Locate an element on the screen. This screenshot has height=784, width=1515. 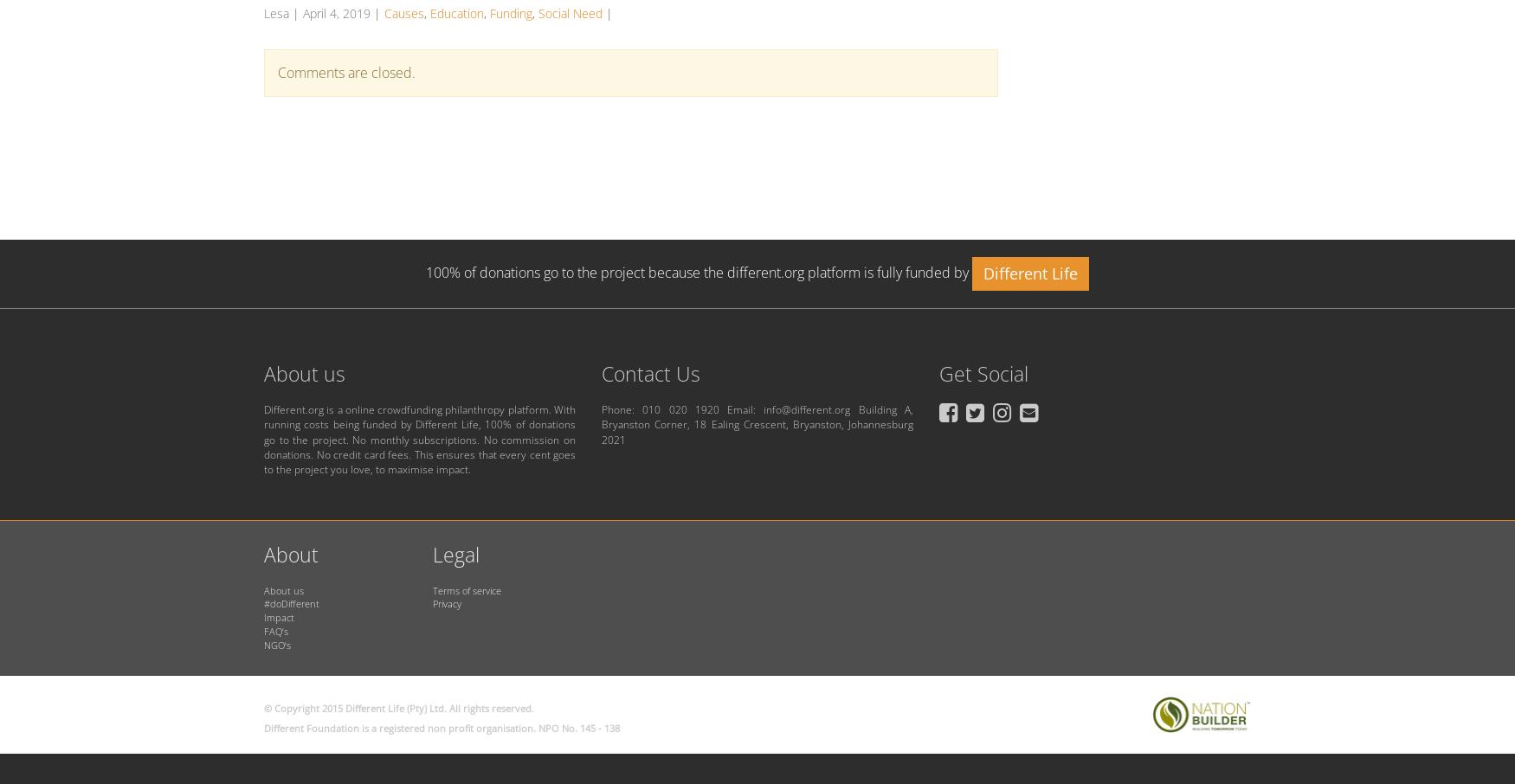
'© Copyright 2015 Different Life (Pty) Ltd. All rights reserved.' is located at coordinates (263, 706).